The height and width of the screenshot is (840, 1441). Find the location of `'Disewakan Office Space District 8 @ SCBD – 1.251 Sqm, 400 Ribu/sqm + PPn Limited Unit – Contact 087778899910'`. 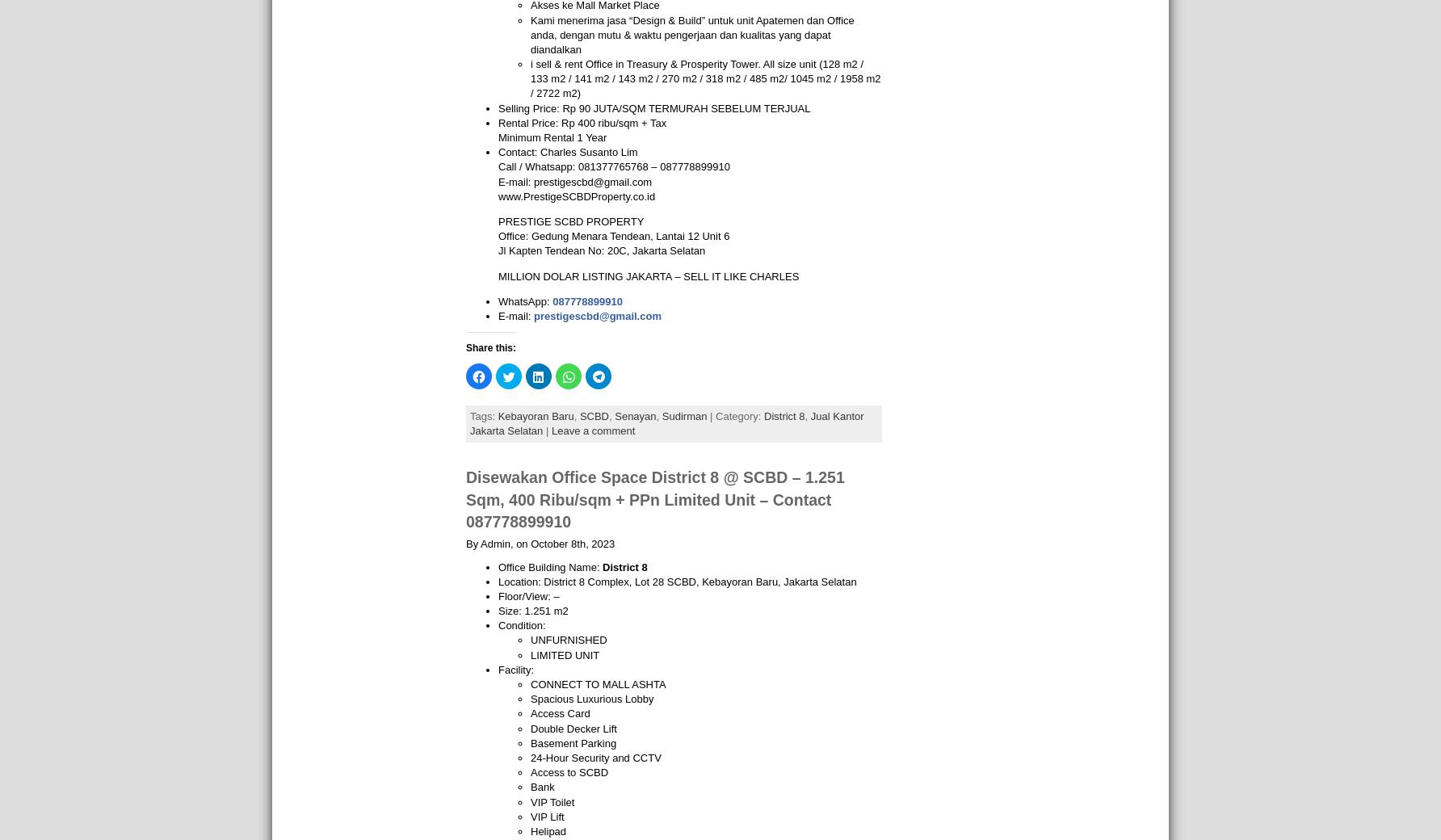

'Disewakan Office Space District 8 @ SCBD – 1.251 Sqm, 400 Ribu/sqm + PPn Limited Unit – Contact 087778899910' is located at coordinates (654, 498).